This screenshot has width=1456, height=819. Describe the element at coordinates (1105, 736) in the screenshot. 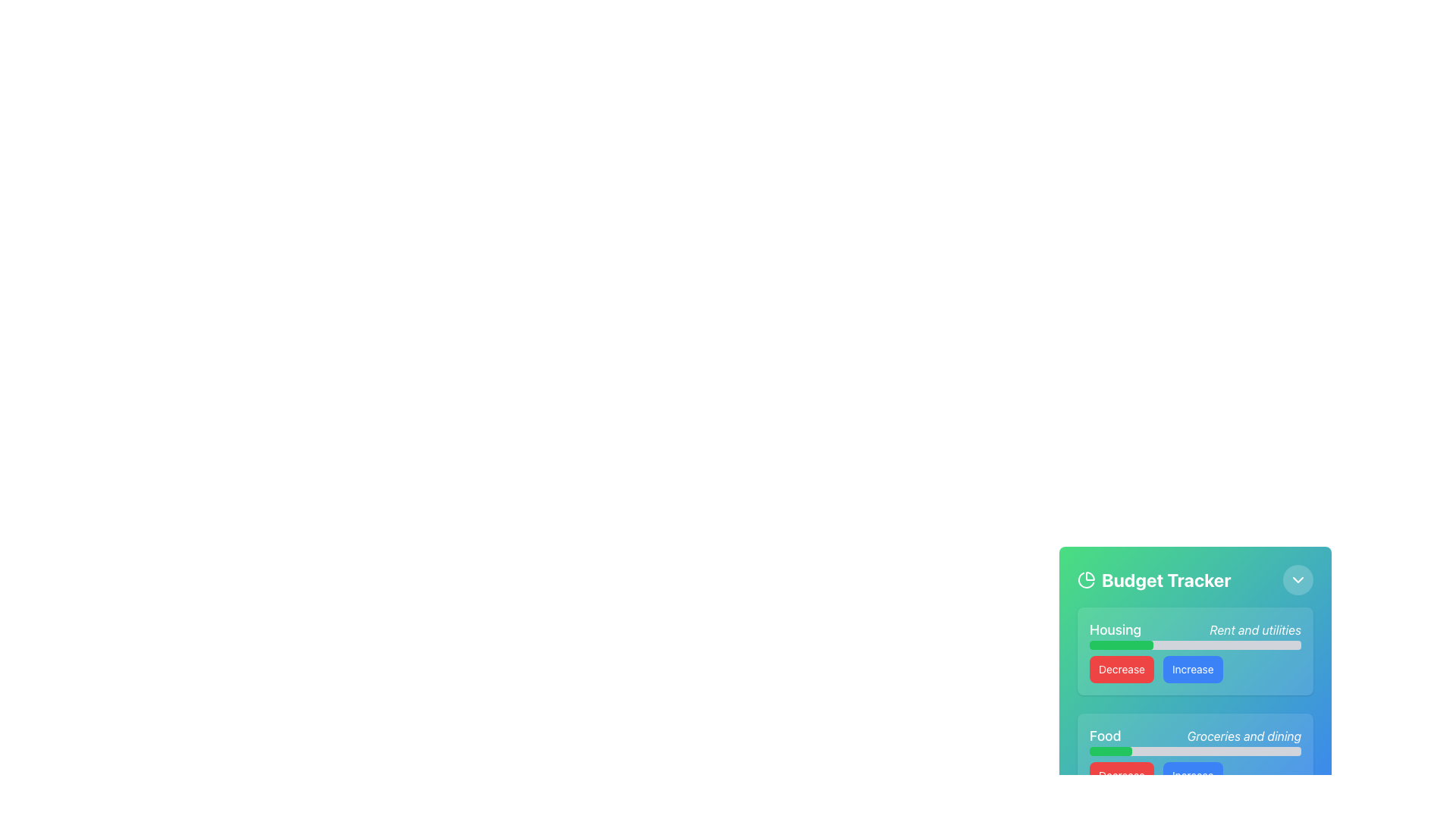

I see `the 'Food' text label, which is a large, bold font element in a budget tracker card interface, located in the lower-left section and contrasting with a gradient background` at that location.